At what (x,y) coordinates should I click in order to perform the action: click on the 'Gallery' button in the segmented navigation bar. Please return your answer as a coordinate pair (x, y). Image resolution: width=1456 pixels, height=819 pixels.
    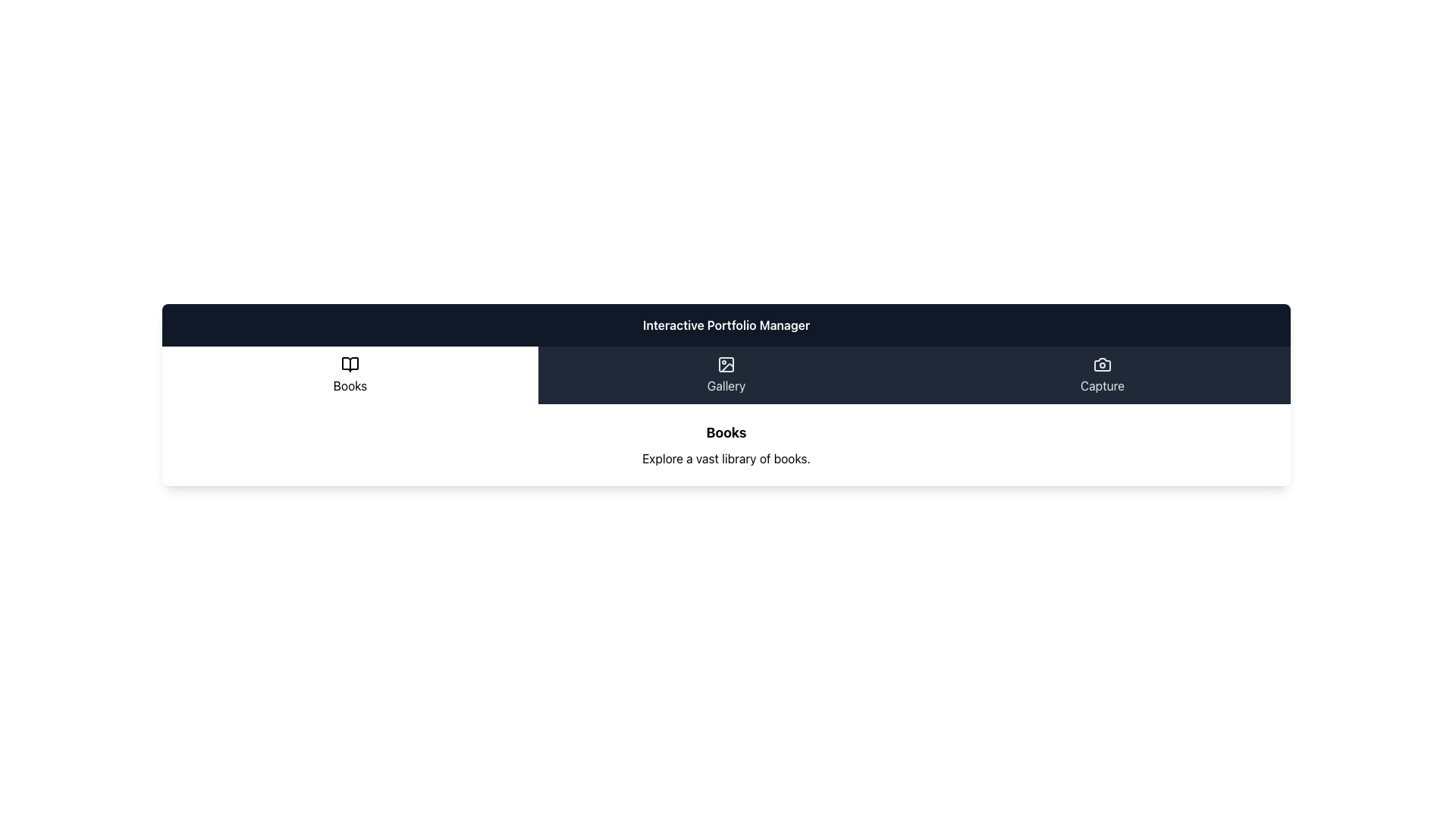
    Looking at the image, I should click on (726, 375).